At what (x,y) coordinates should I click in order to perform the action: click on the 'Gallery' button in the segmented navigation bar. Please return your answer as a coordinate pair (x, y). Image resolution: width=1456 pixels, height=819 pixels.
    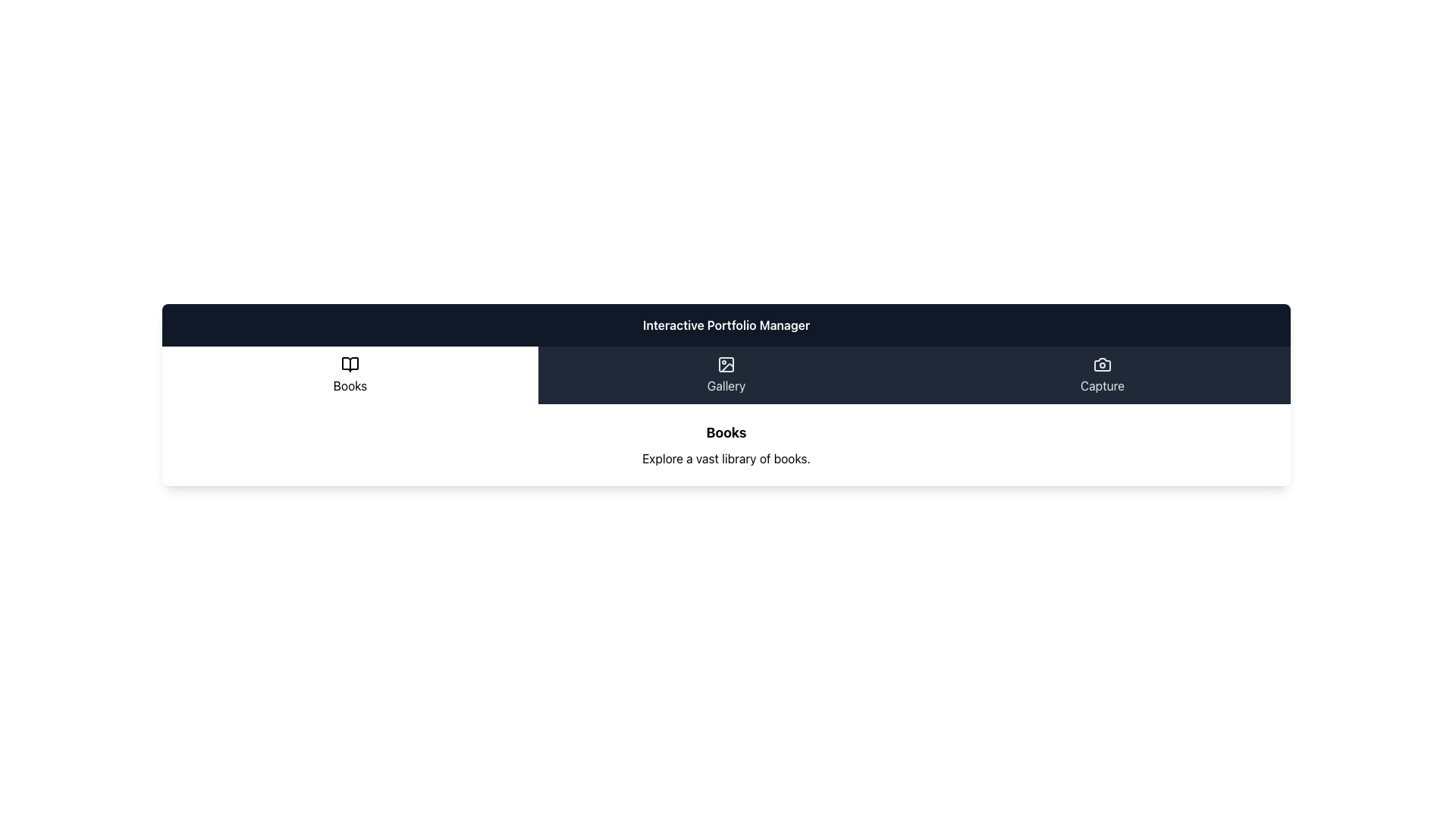
    Looking at the image, I should click on (726, 375).